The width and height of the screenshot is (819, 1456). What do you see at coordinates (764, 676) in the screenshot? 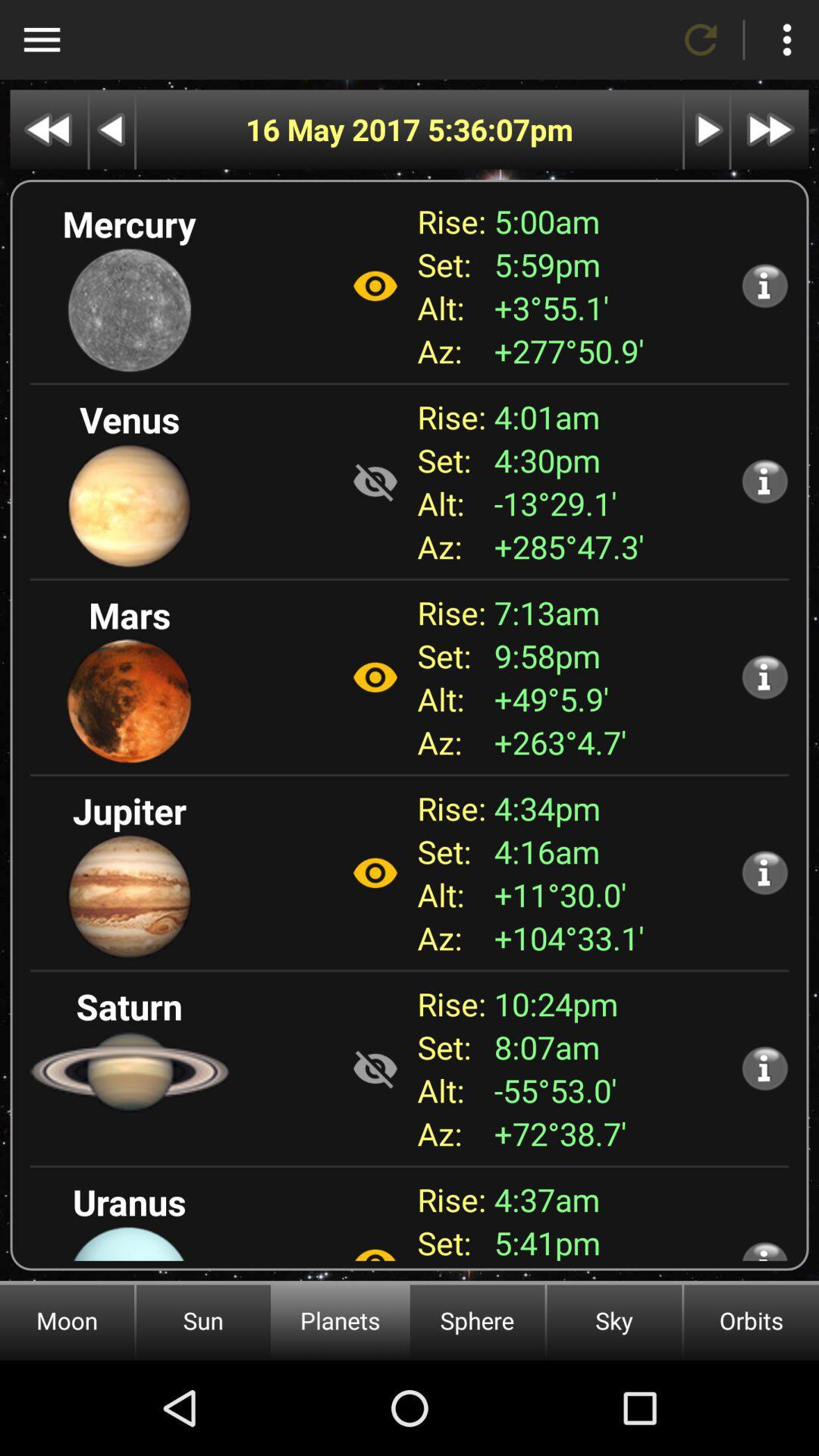
I see `additional information` at bounding box center [764, 676].